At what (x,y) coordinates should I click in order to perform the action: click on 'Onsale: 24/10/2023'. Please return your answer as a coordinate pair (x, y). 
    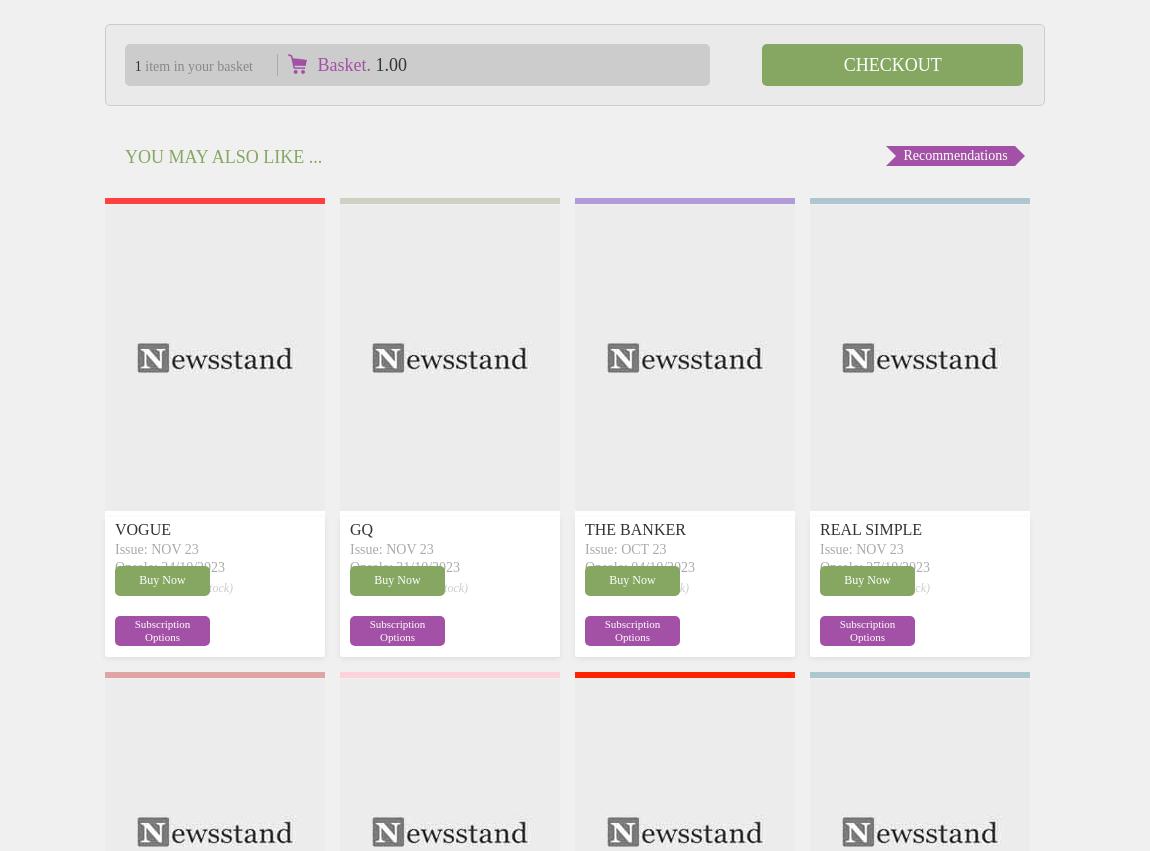
    Looking at the image, I should click on (168, 565).